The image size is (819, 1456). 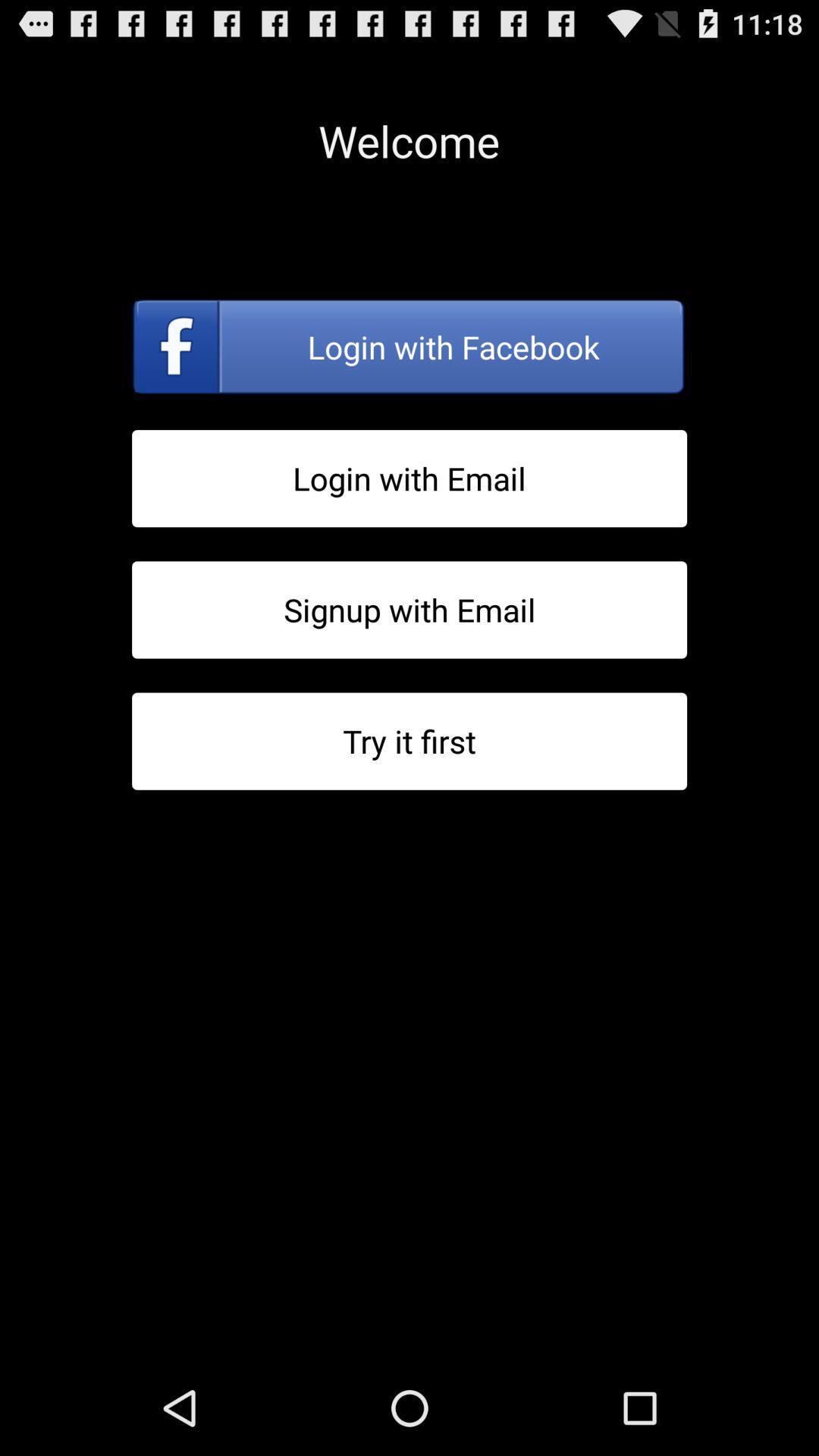 I want to click on item below the welcome item, so click(x=409, y=346).